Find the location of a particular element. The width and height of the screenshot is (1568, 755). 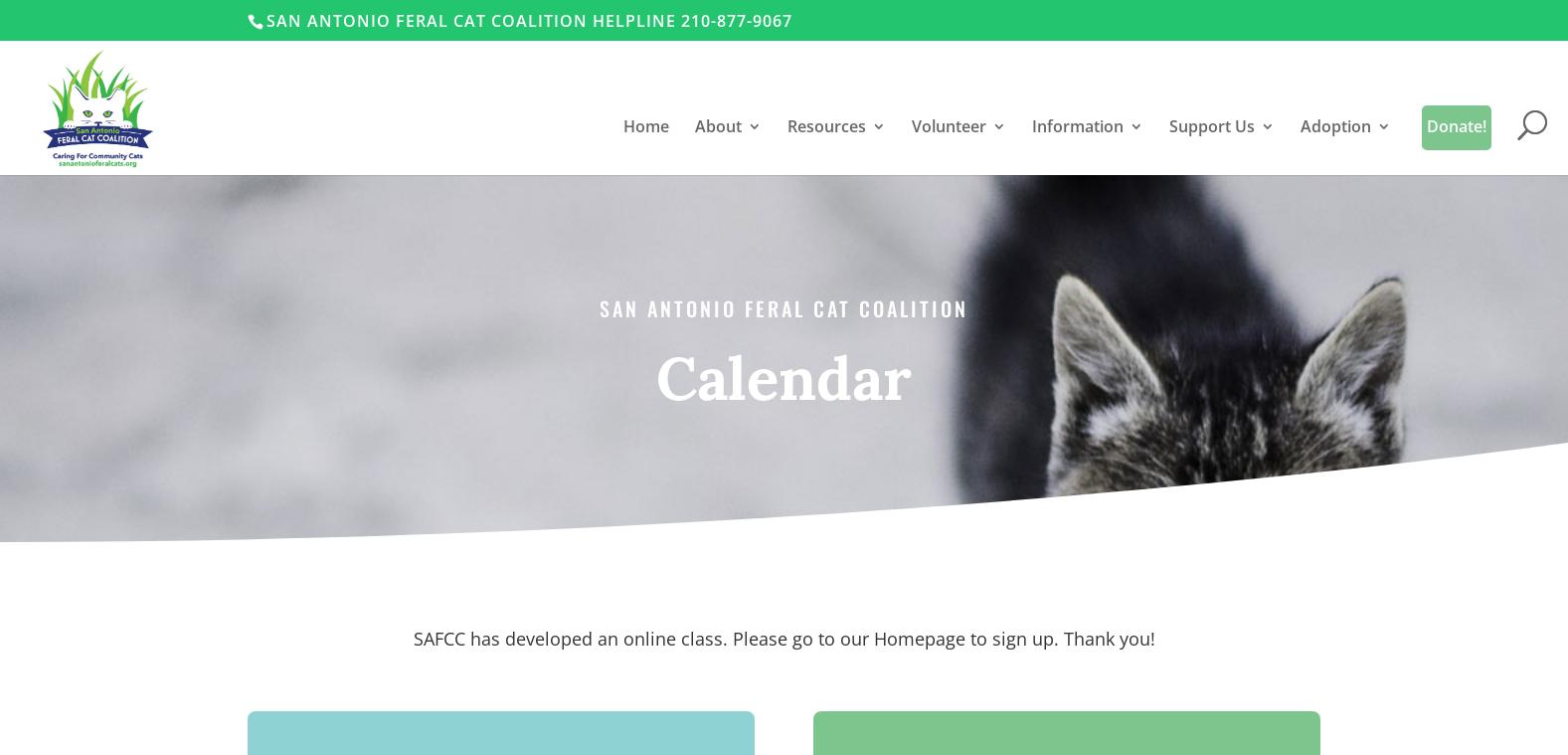

'Adoption Info & Application' is located at coordinates (1393, 398).